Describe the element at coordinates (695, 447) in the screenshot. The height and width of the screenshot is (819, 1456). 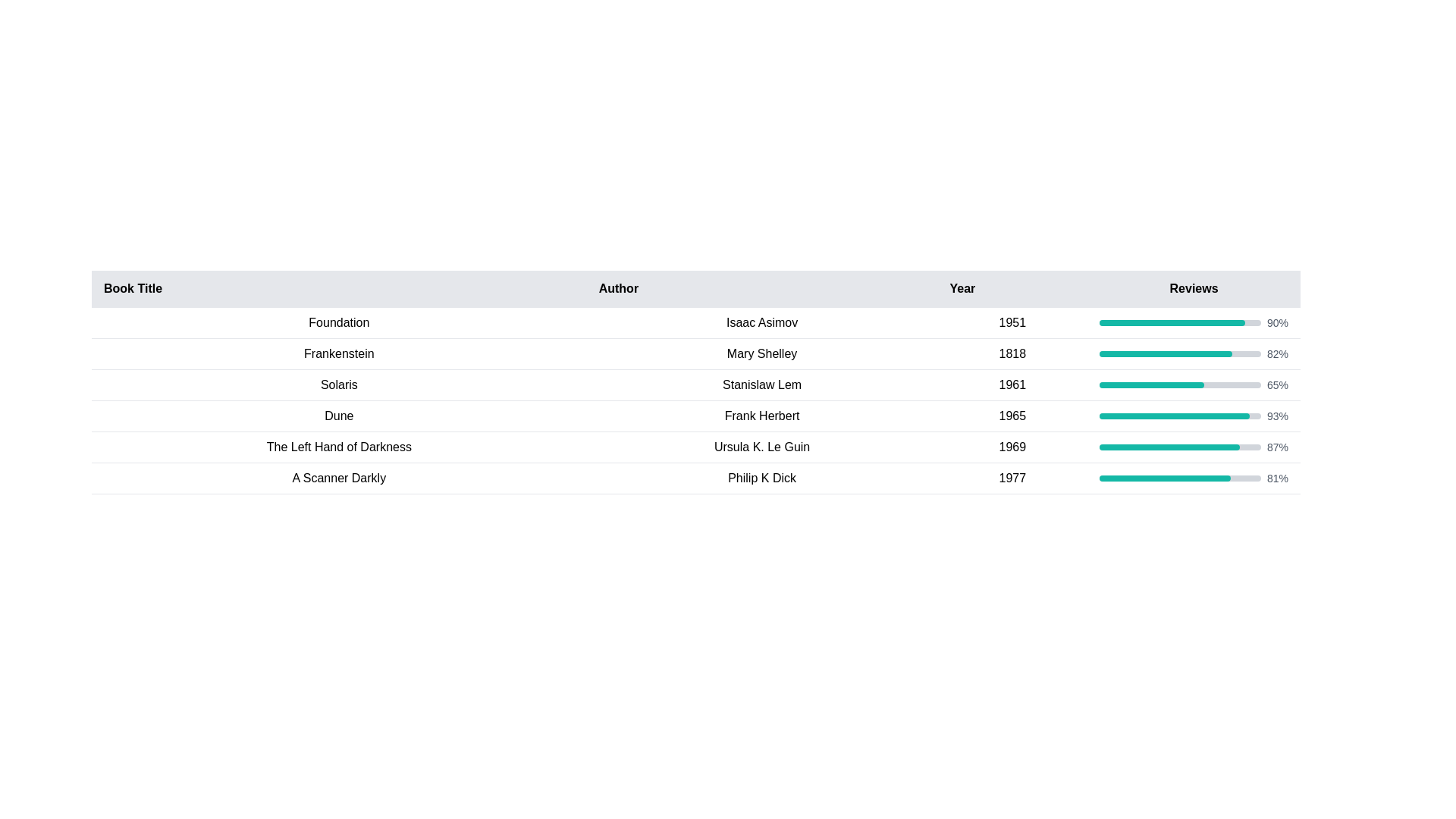
I see `the fifth row in the table that summarizes information about a specific book` at that location.